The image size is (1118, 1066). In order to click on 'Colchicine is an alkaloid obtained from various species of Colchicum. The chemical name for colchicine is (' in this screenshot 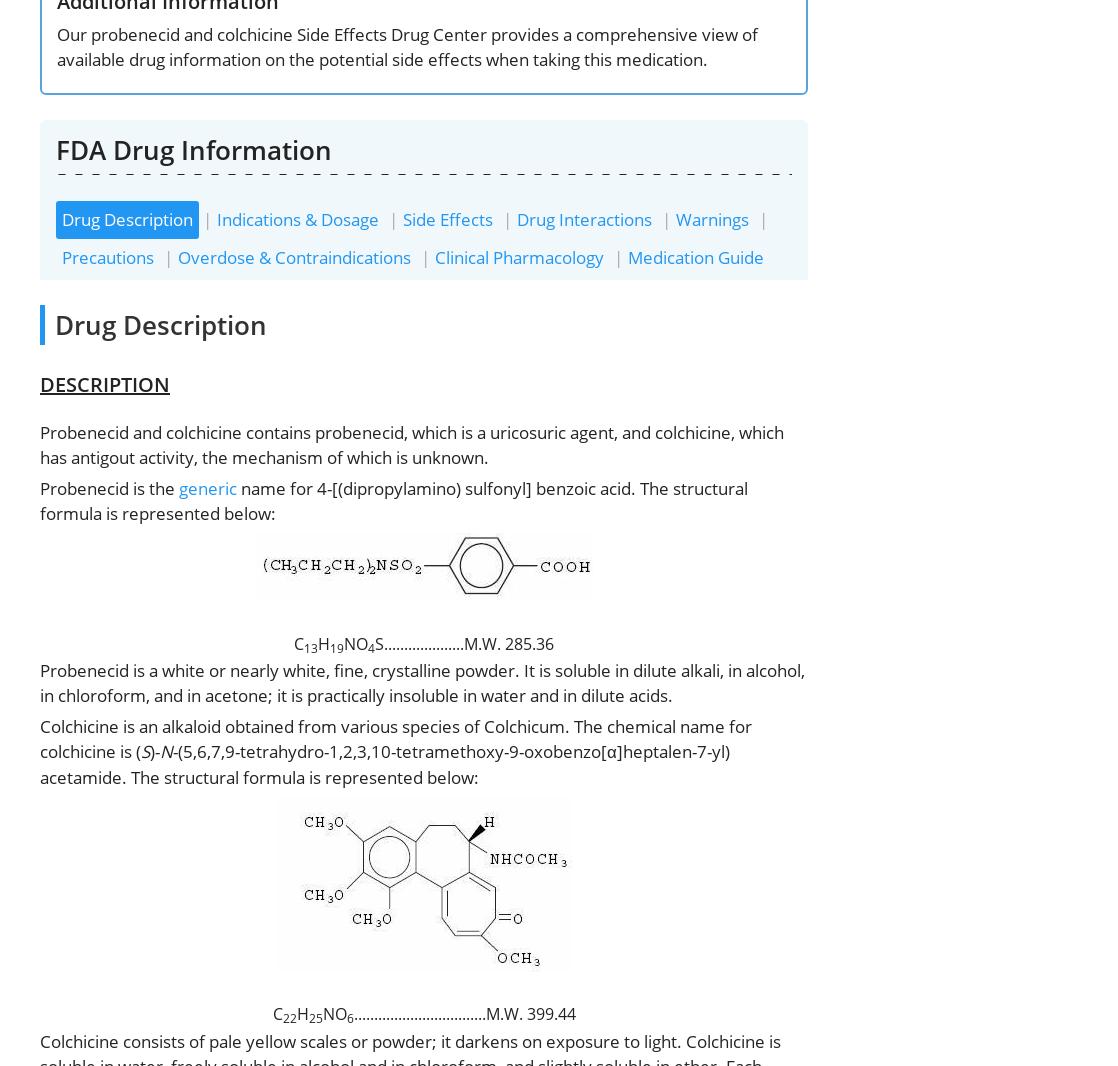, I will do `click(394, 737)`.